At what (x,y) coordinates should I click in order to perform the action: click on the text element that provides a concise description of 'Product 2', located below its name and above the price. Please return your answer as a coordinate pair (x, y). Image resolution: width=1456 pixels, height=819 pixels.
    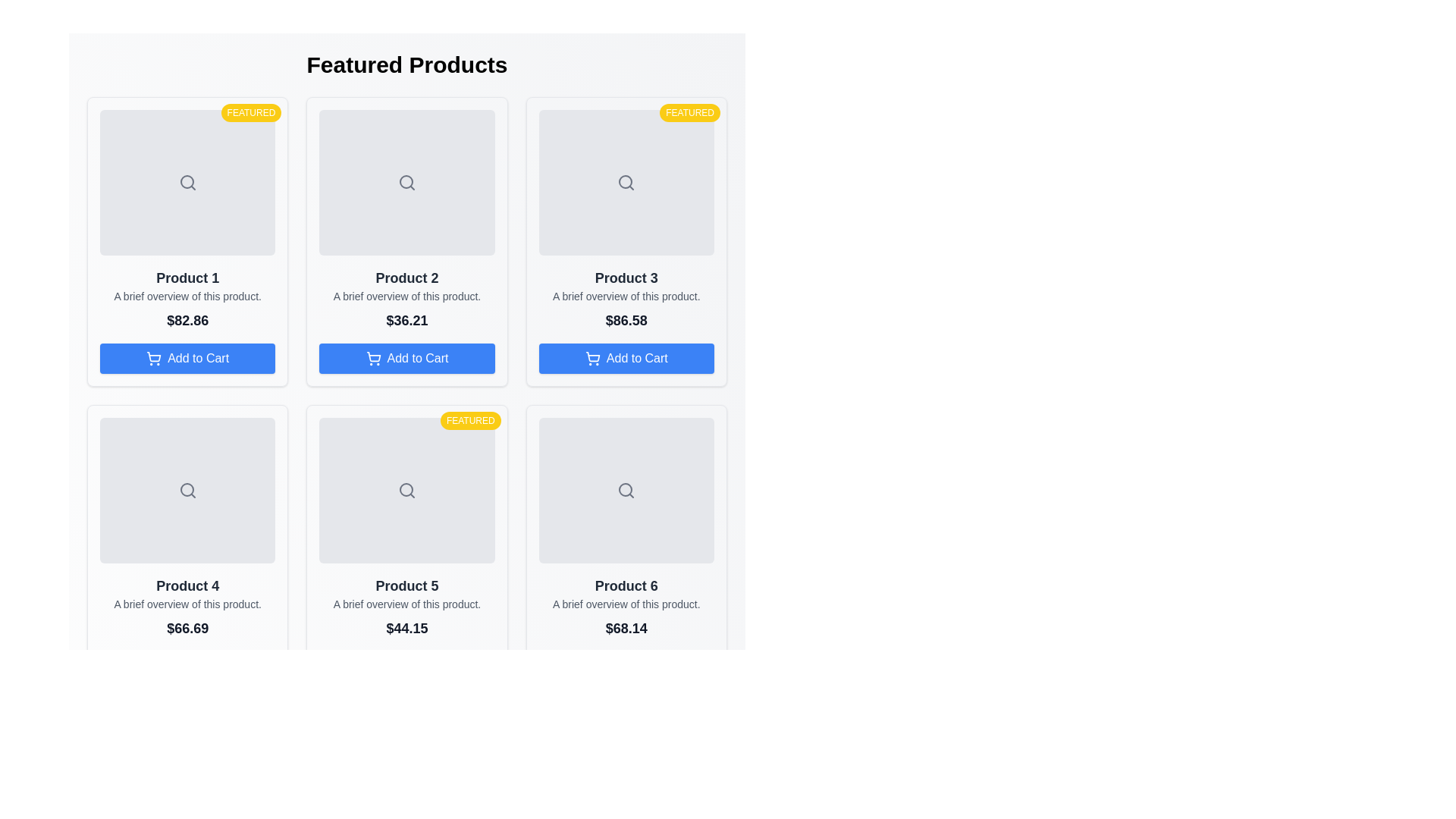
    Looking at the image, I should click on (407, 296).